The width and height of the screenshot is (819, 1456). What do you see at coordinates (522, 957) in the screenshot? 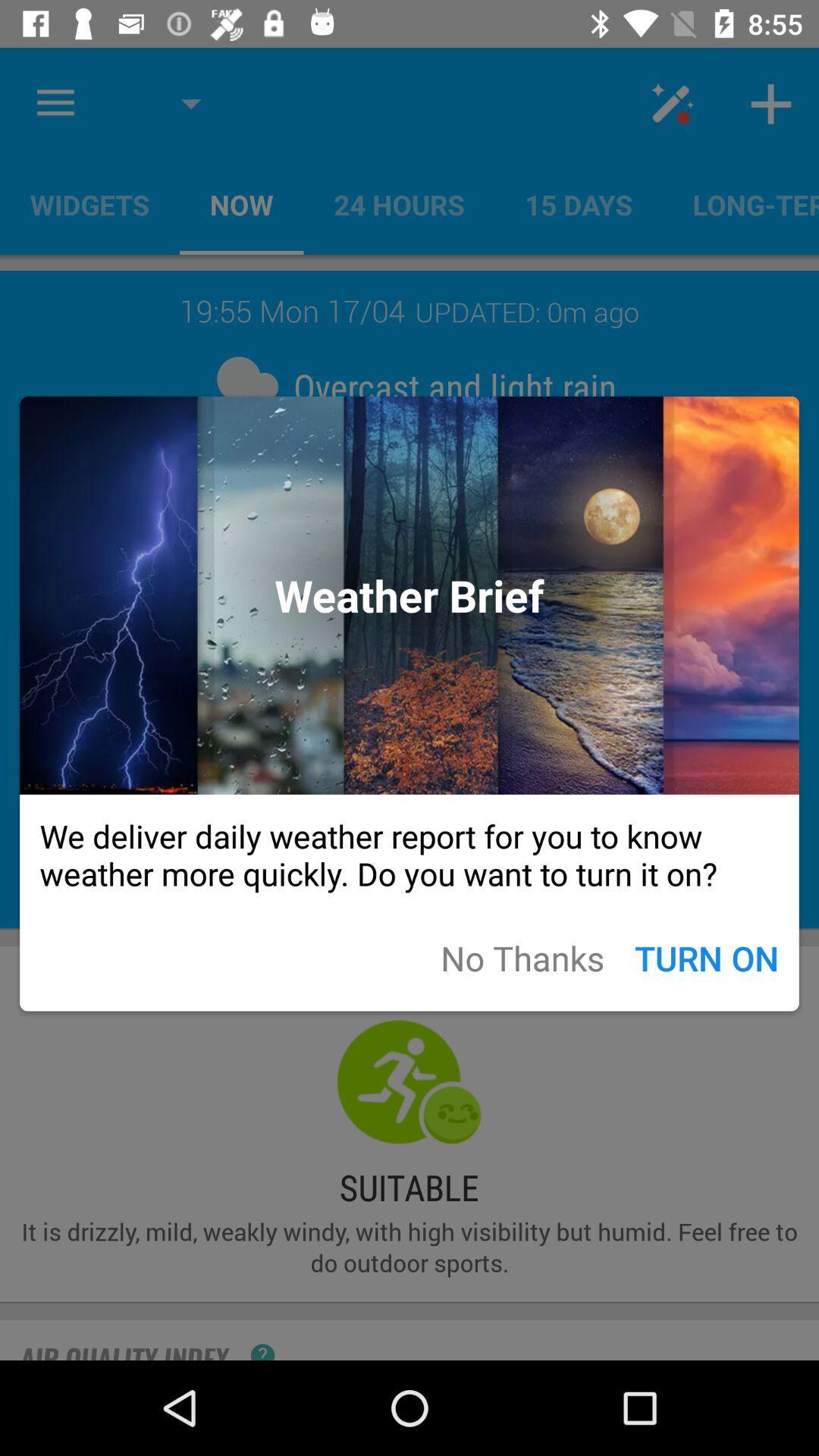
I see `the app to the left of turn on app` at bounding box center [522, 957].